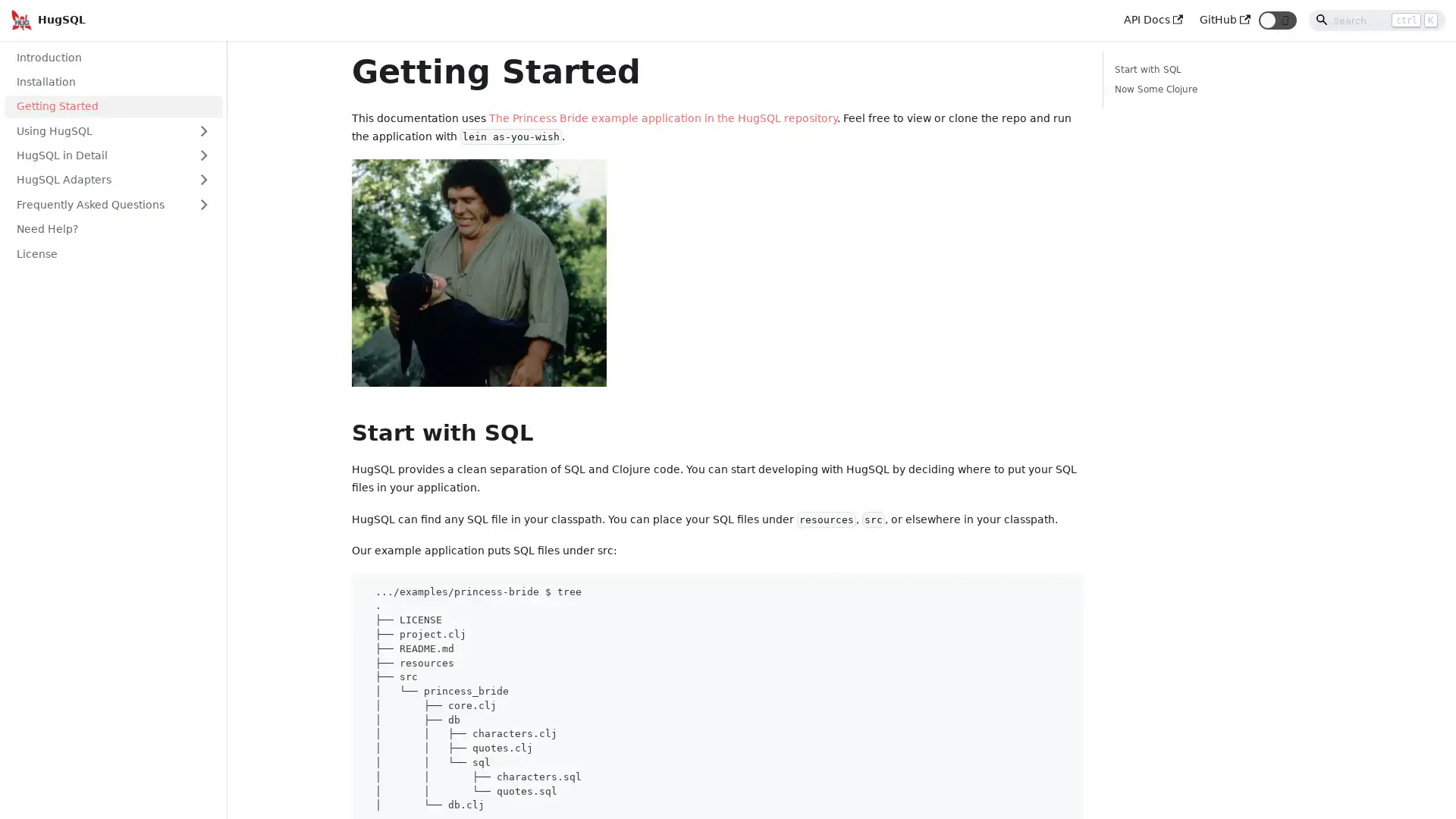  I want to click on Toggle the collapsible sidebar category 'Using HugSQL', so click(202, 130).